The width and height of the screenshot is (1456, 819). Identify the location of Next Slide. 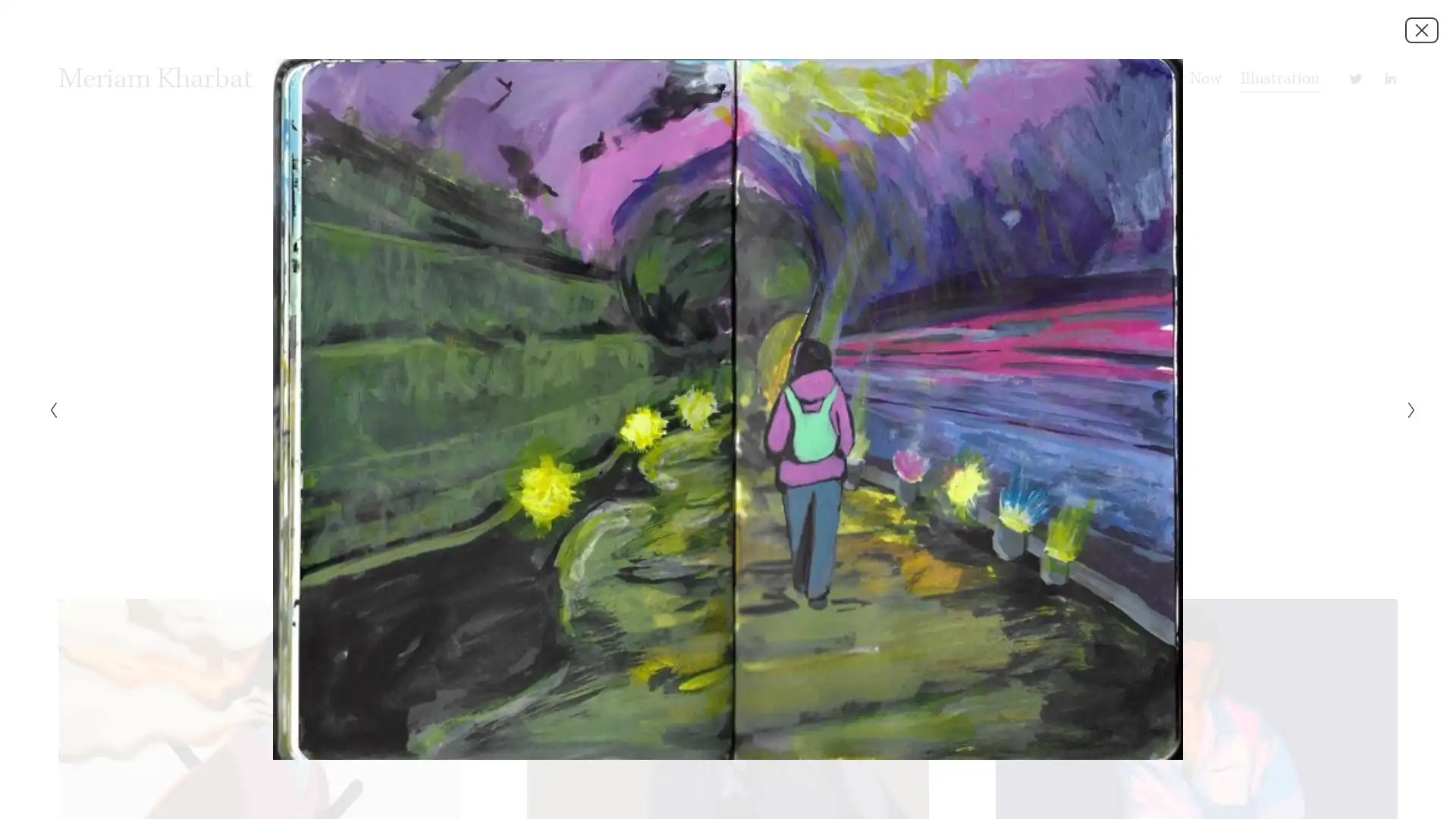
(1406, 409).